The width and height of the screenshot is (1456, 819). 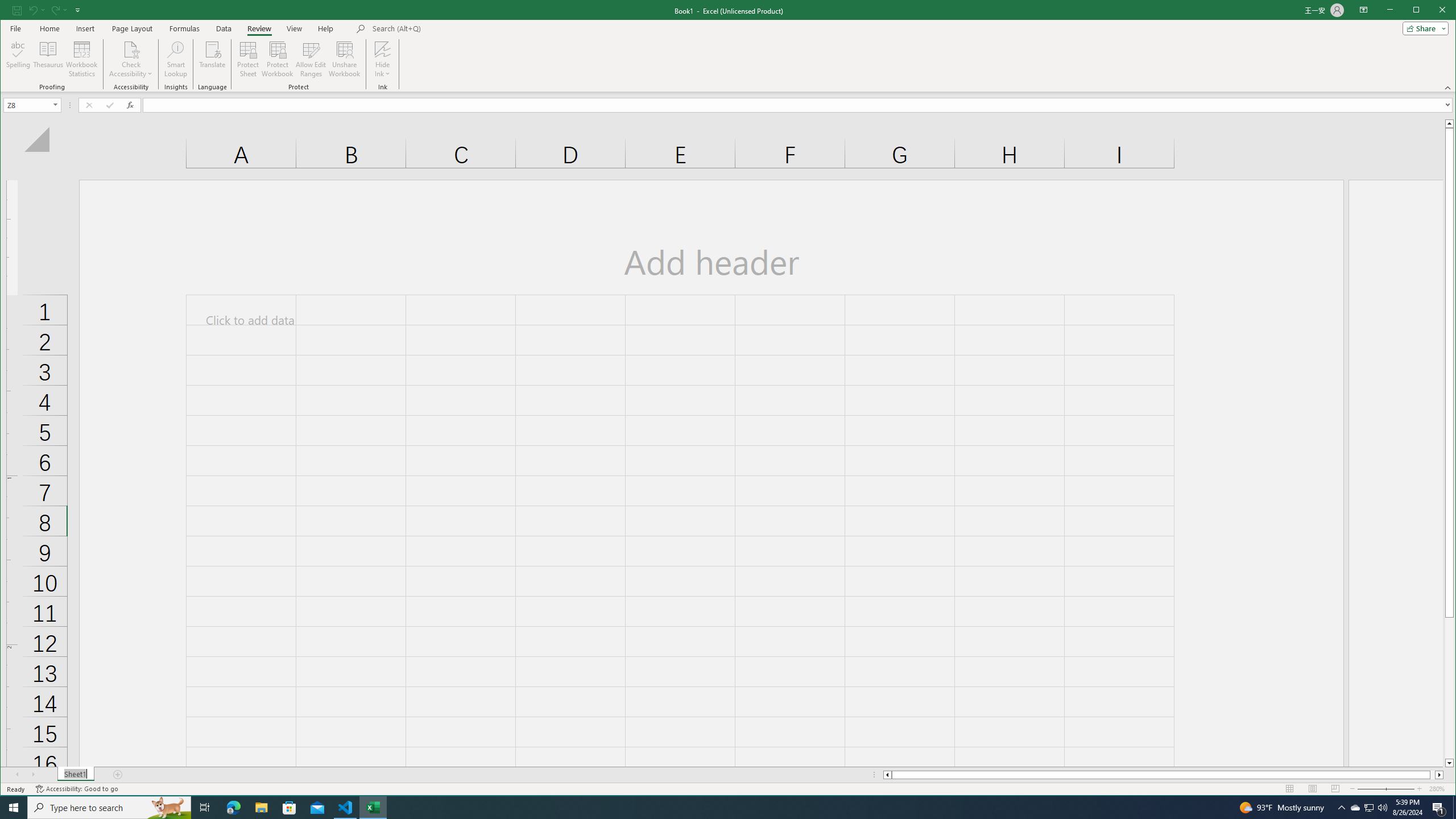 What do you see at coordinates (14, 28) in the screenshot?
I see `'File Tab'` at bounding box center [14, 28].